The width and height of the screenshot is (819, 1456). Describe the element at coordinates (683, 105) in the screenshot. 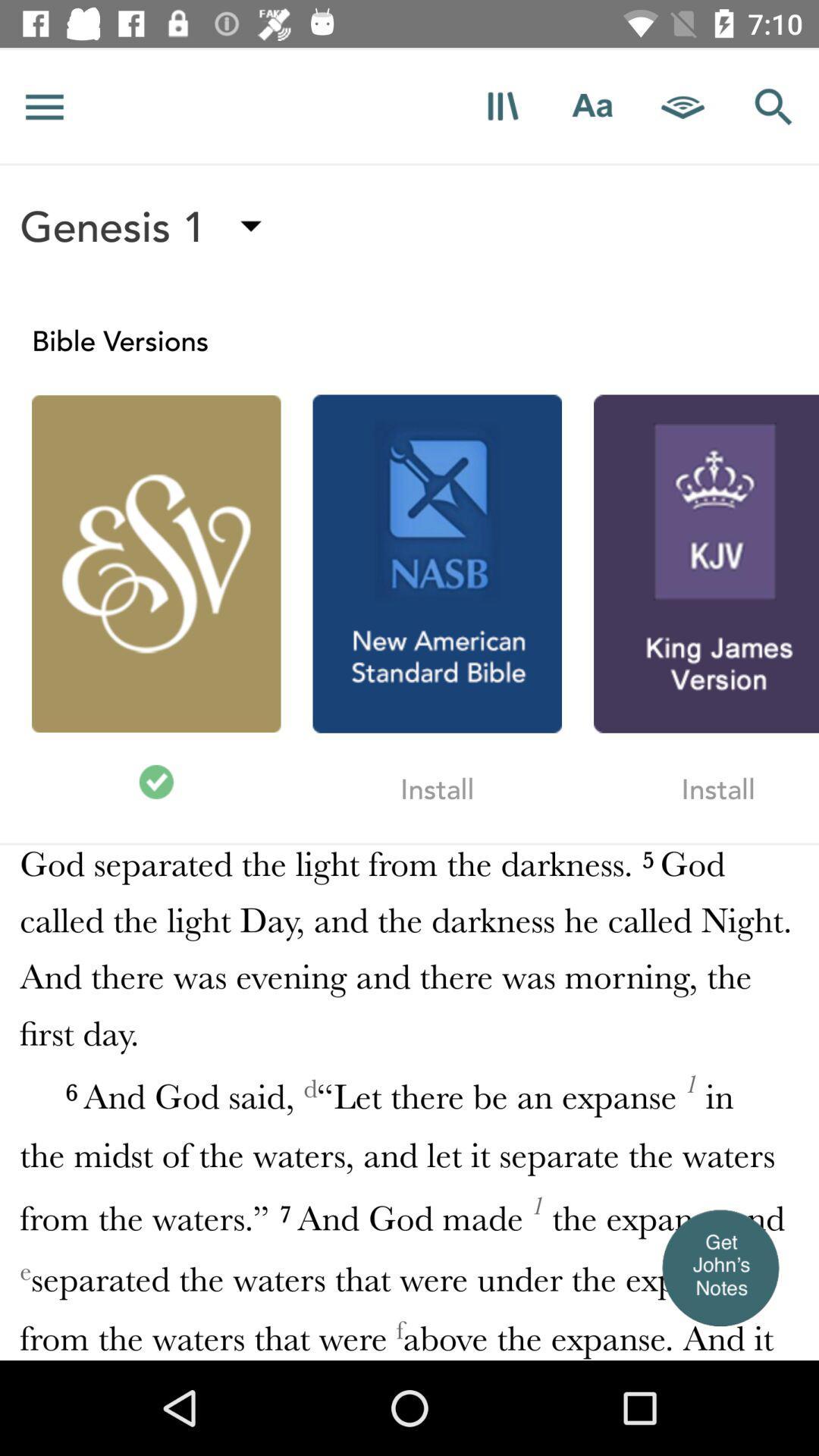

I see `presence of signal` at that location.